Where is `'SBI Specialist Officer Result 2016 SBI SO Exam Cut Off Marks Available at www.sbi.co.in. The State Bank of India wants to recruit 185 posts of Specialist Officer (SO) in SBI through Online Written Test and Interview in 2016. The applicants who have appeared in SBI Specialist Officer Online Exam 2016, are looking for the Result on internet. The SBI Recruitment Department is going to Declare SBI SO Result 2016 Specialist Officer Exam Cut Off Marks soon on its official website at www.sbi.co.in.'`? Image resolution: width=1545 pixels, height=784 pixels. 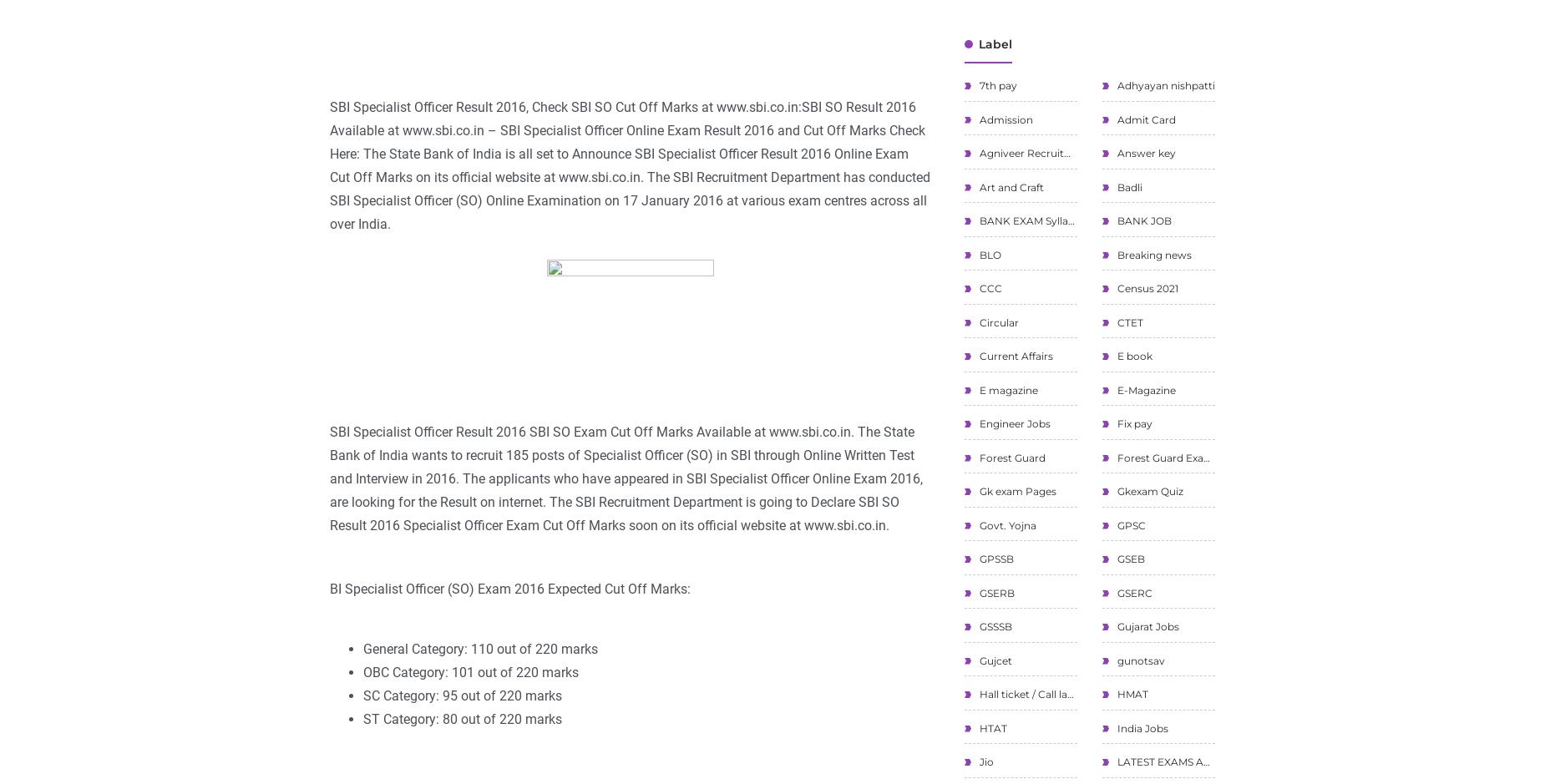
'SBI Specialist Officer Result 2016 SBI SO Exam Cut Off Marks Available at www.sbi.co.in. The State Bank of India wants to recruit 185 posts of Specialist Officer (SO) in SBI through Online Written Test and Interview in 2016. The applicants who have appeared in SBI Specialist Officer Online Exam 2016, are looking for the Result on internet. The SBI Recruitment Department is going to Declare SBI SO Result 2016 Specialist Officer Exam Cut Off Marks soon on its official website at www.sbi.co.in.' is located at coordinates (626, 478).